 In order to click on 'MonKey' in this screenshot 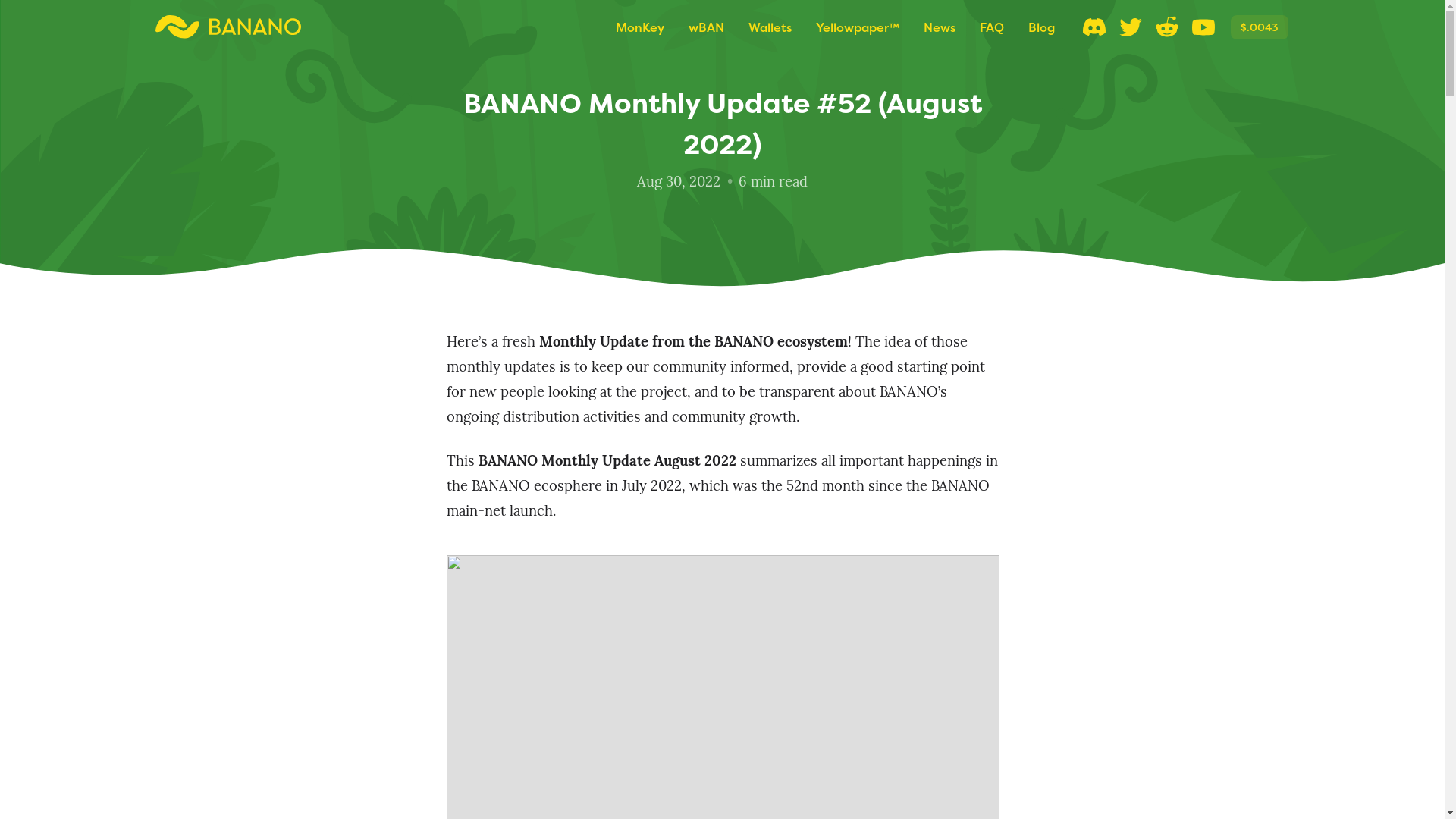, I will do `click(640, 27)`.